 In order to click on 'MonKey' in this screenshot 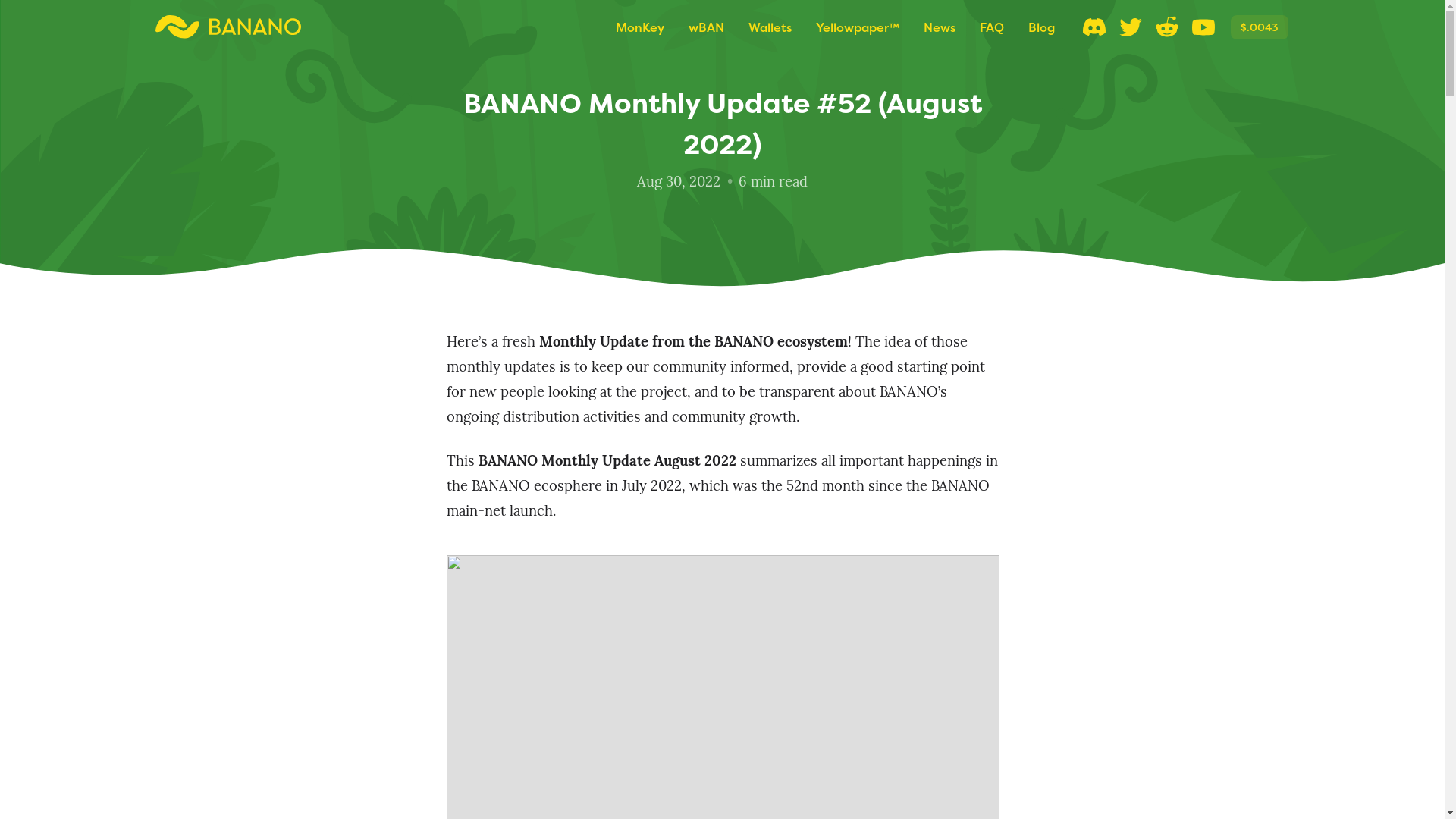, I will do `click(640, 27)`.